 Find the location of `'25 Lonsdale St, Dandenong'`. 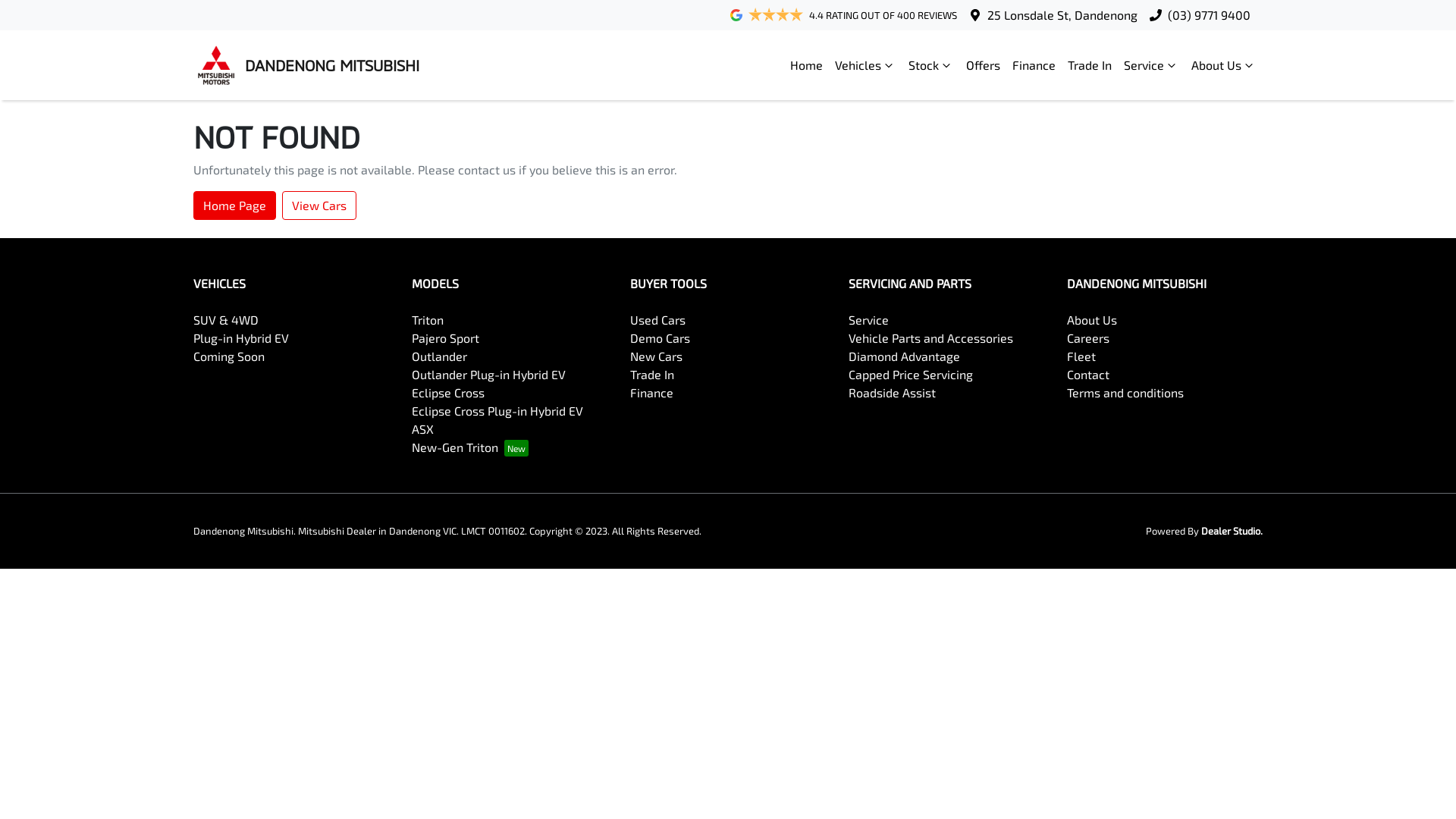

'25 Lonsdale St, Dandenong' is located at coordinates (987, 14).